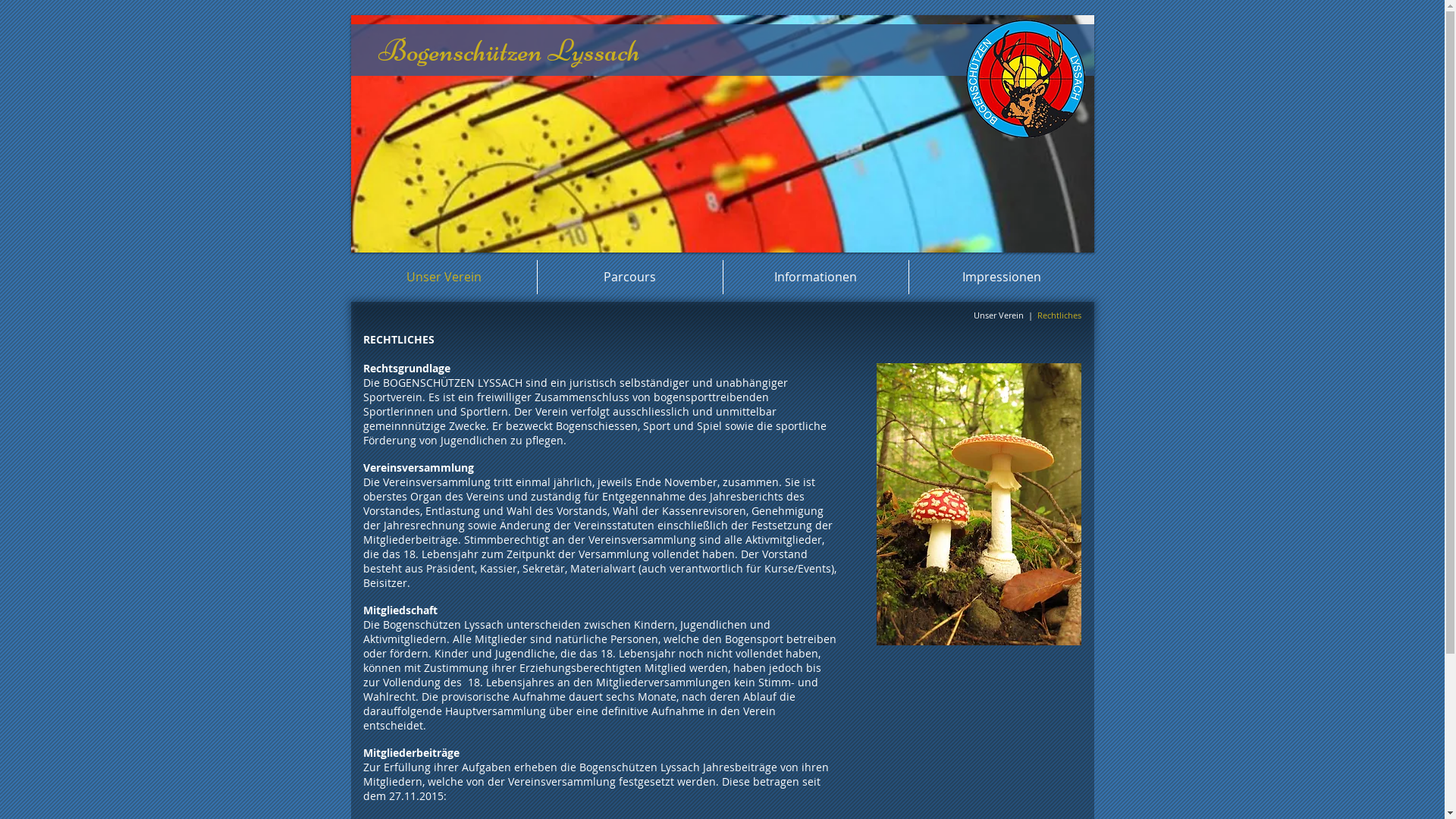 This screenshot has width=1456, height=819. What do you see at coordinates (1025, 79) in the screenshot?
I see `'Logo-gross-01.png'` at bounding box center [1025, 79].